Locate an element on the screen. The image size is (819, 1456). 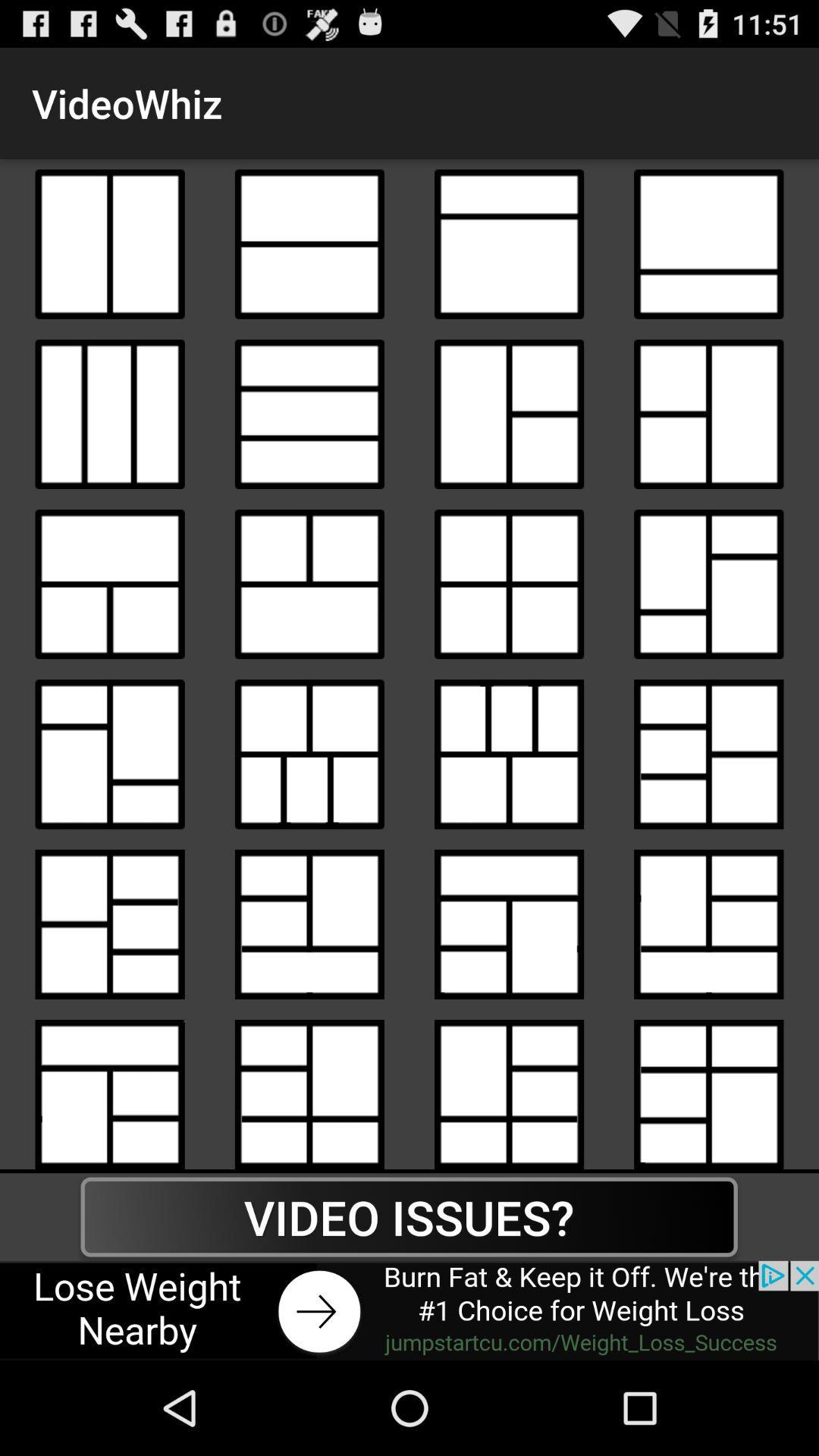
collage model box is located at coordinates (509, 754).